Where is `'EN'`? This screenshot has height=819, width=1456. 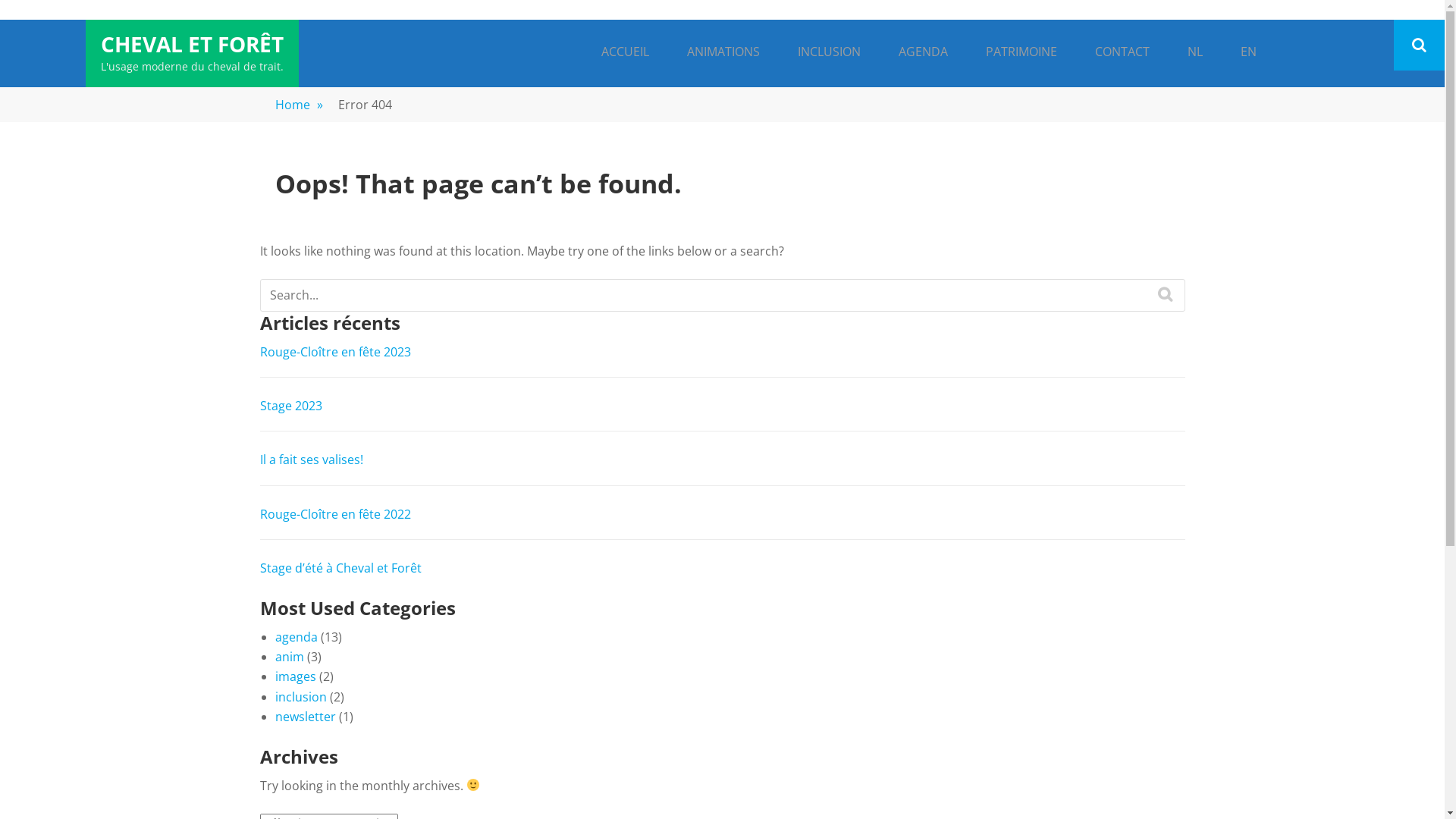
'EN' is located at coordinates (1228, 52).